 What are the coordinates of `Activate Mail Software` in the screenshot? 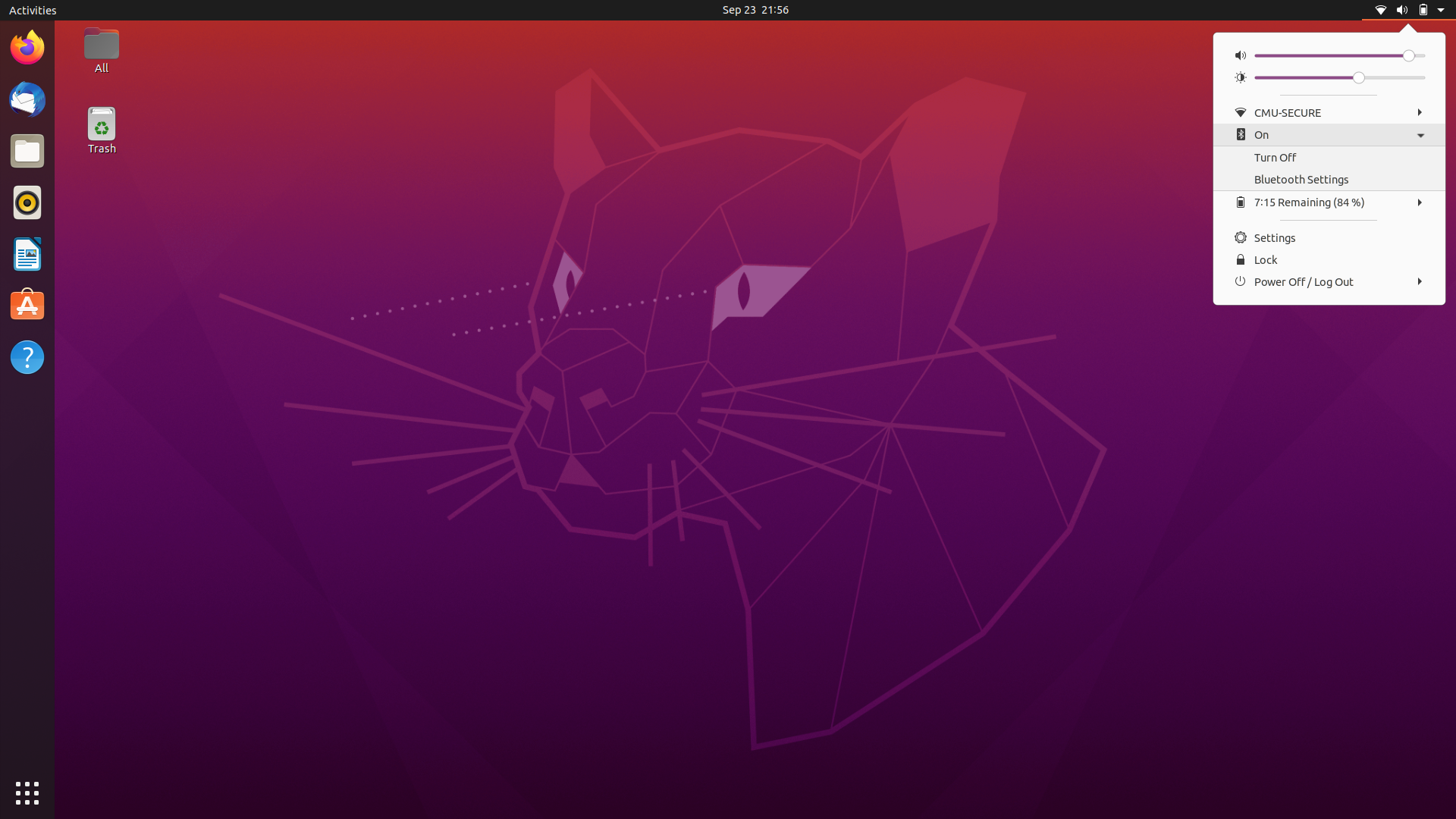 It's located at (27, 99).